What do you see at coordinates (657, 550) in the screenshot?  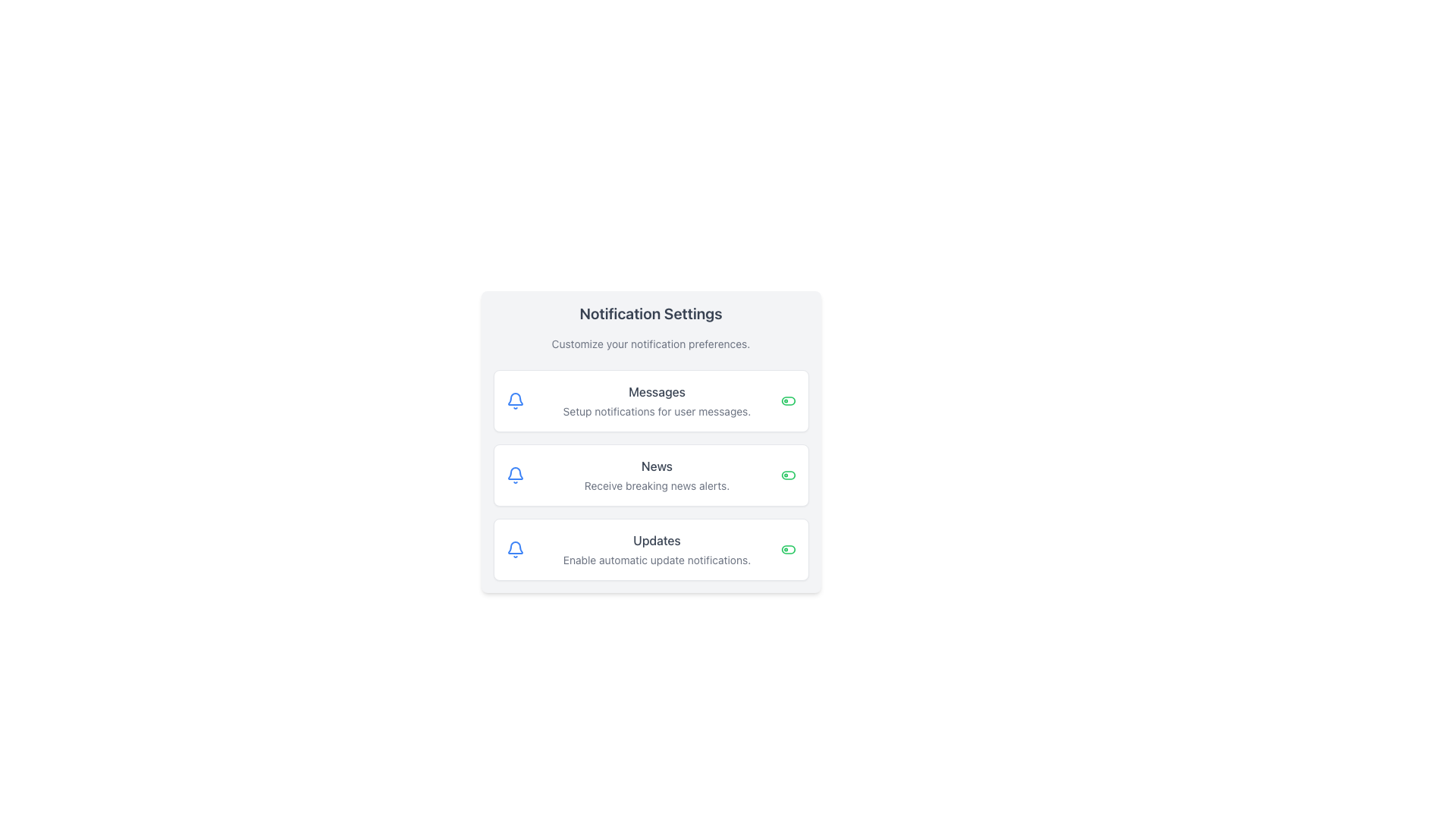 I see `details of the informational text block that provides the title and description of the notification feature for controlling automatic update notifications, located as the third element in a vertical stack of notification settings cards` at bounding box center [657, 550].